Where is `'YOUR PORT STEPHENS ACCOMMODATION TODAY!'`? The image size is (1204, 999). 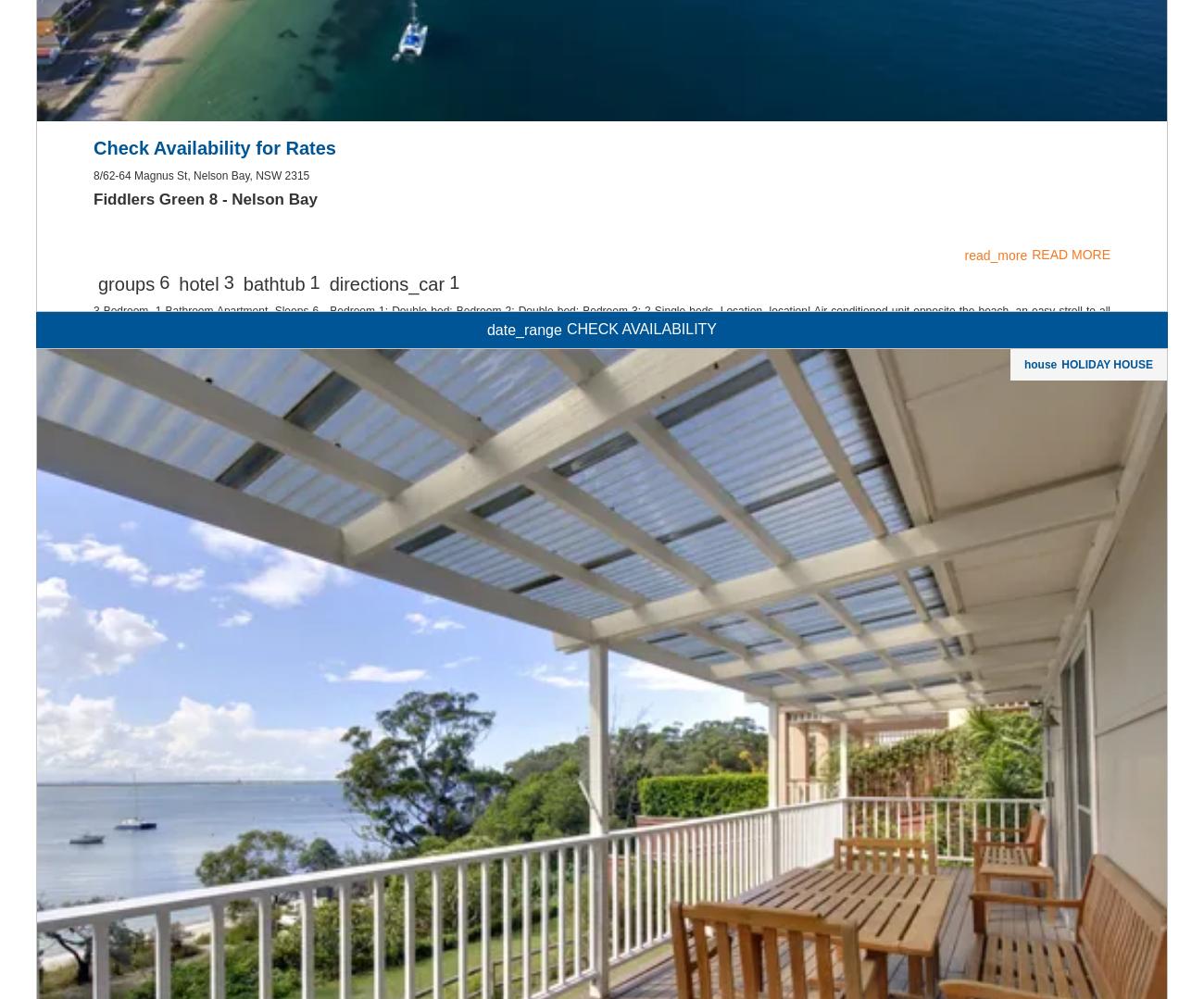
'YOUR PORT STEPHENS ACCOMMODATION TODAY!' is located at coordinates (647, 211).